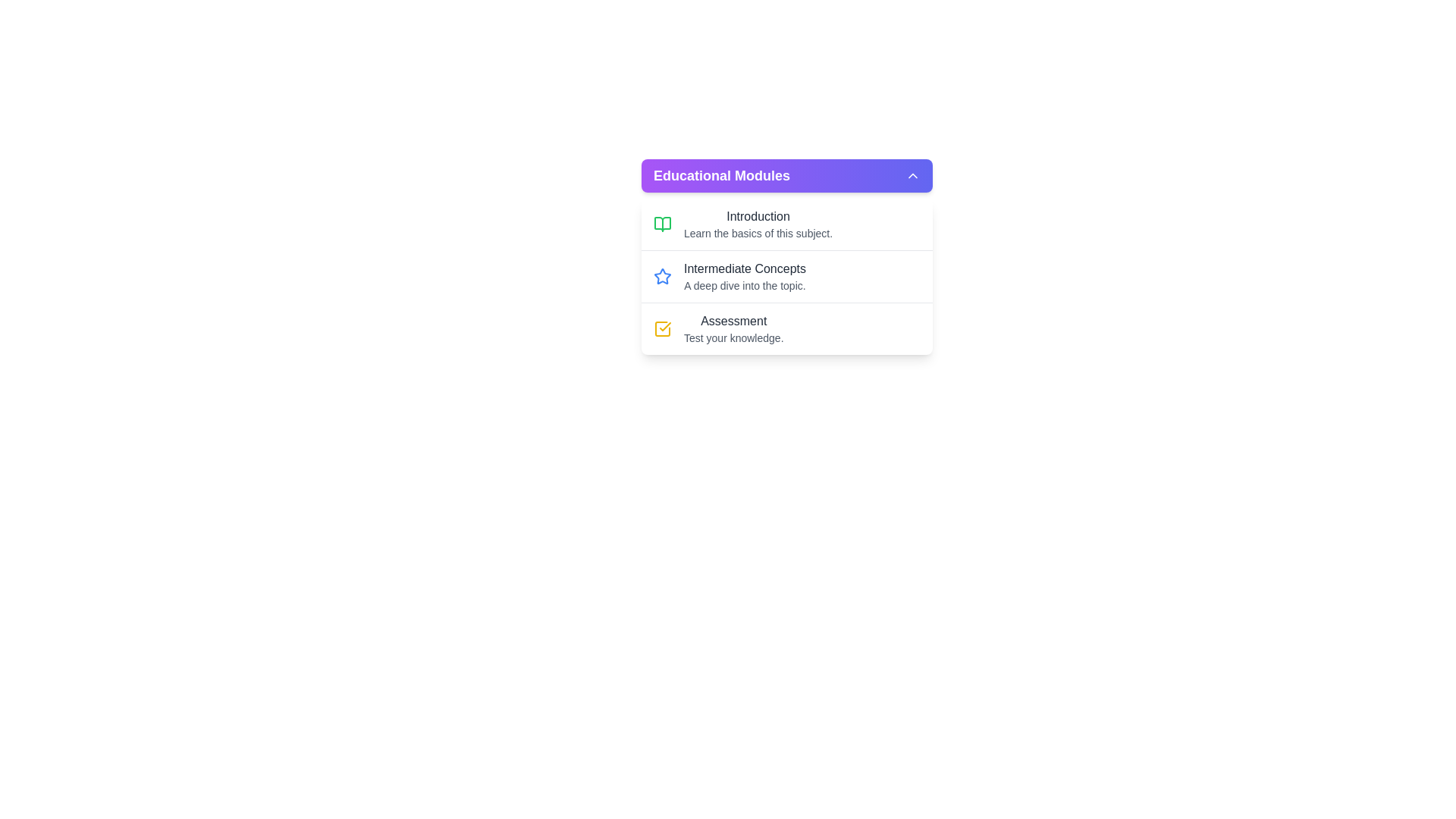 The image size is (1456, 819). What do you see at coordinates (786, 327) in the screenshot?
I see `the third selectable card in the 'Educational Modules' dropdown menu` at bounding box center [786, 327].